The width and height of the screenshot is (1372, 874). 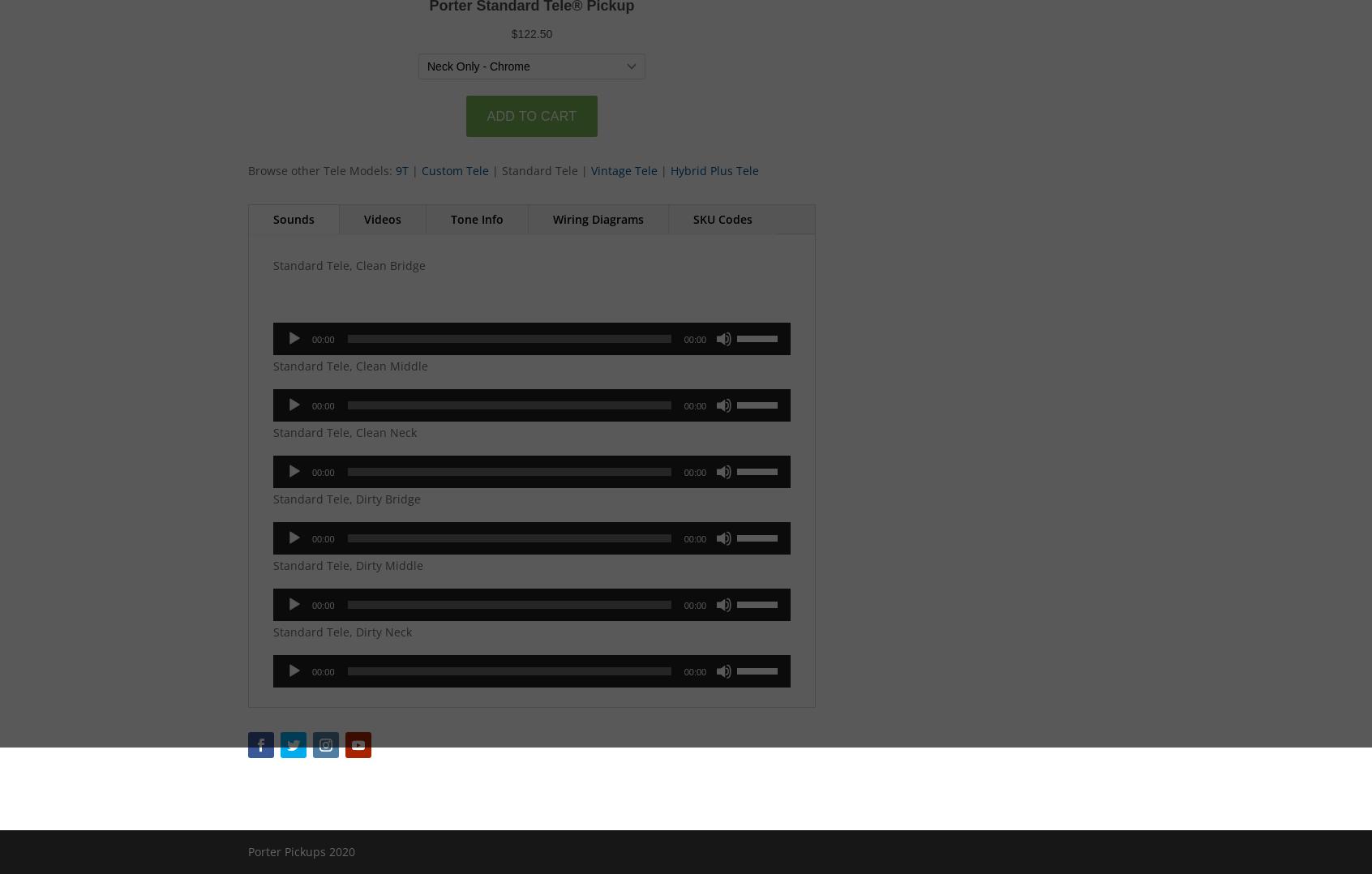 I want to click on 'Standard Tele, Dirty Neck', so click(x=342, y=631).